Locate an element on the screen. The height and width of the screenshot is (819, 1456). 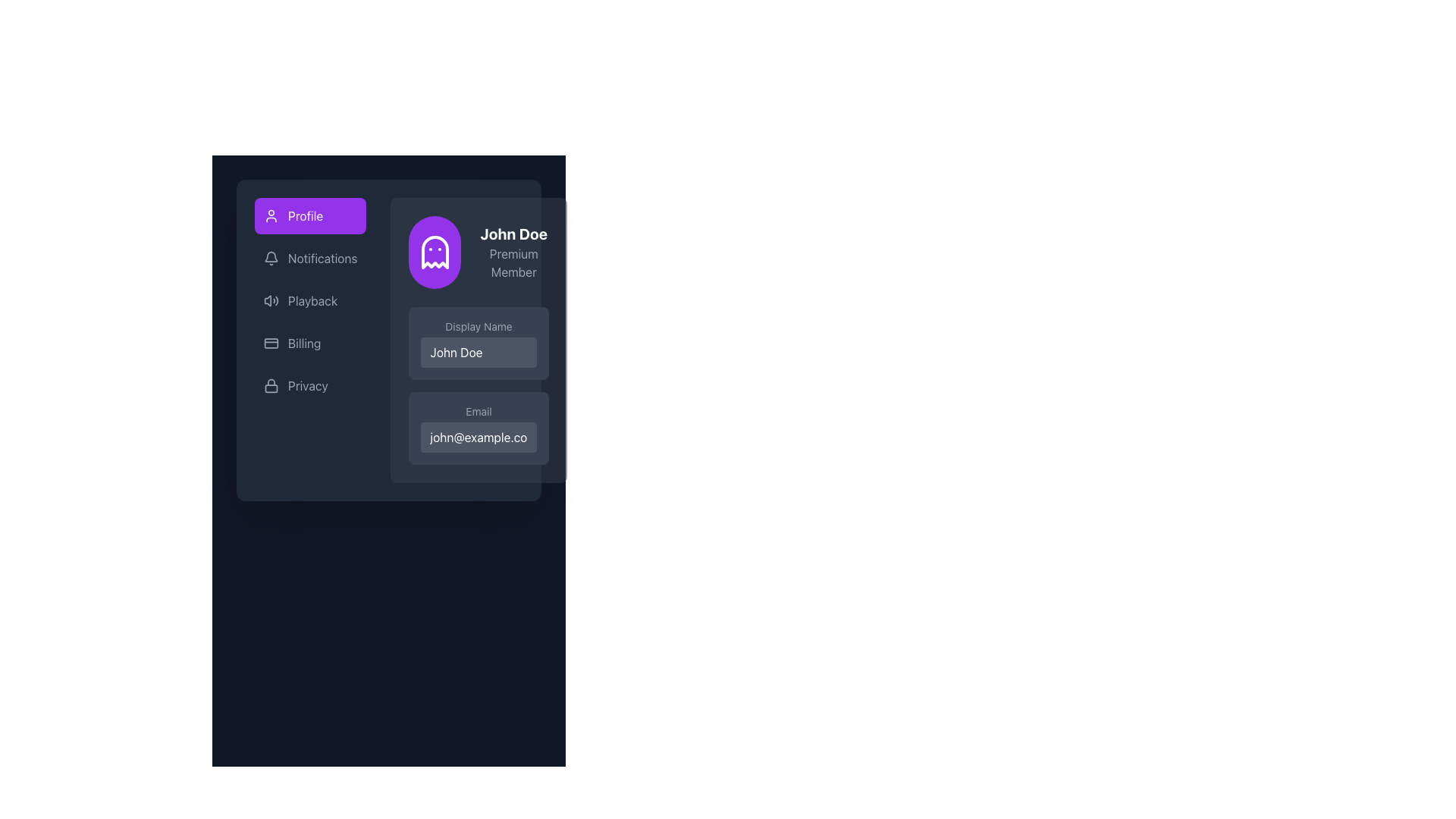
the upper central portion of the bell icon in the sidebar menu, which is part of the notification feature is located at coordinates (271, 256).